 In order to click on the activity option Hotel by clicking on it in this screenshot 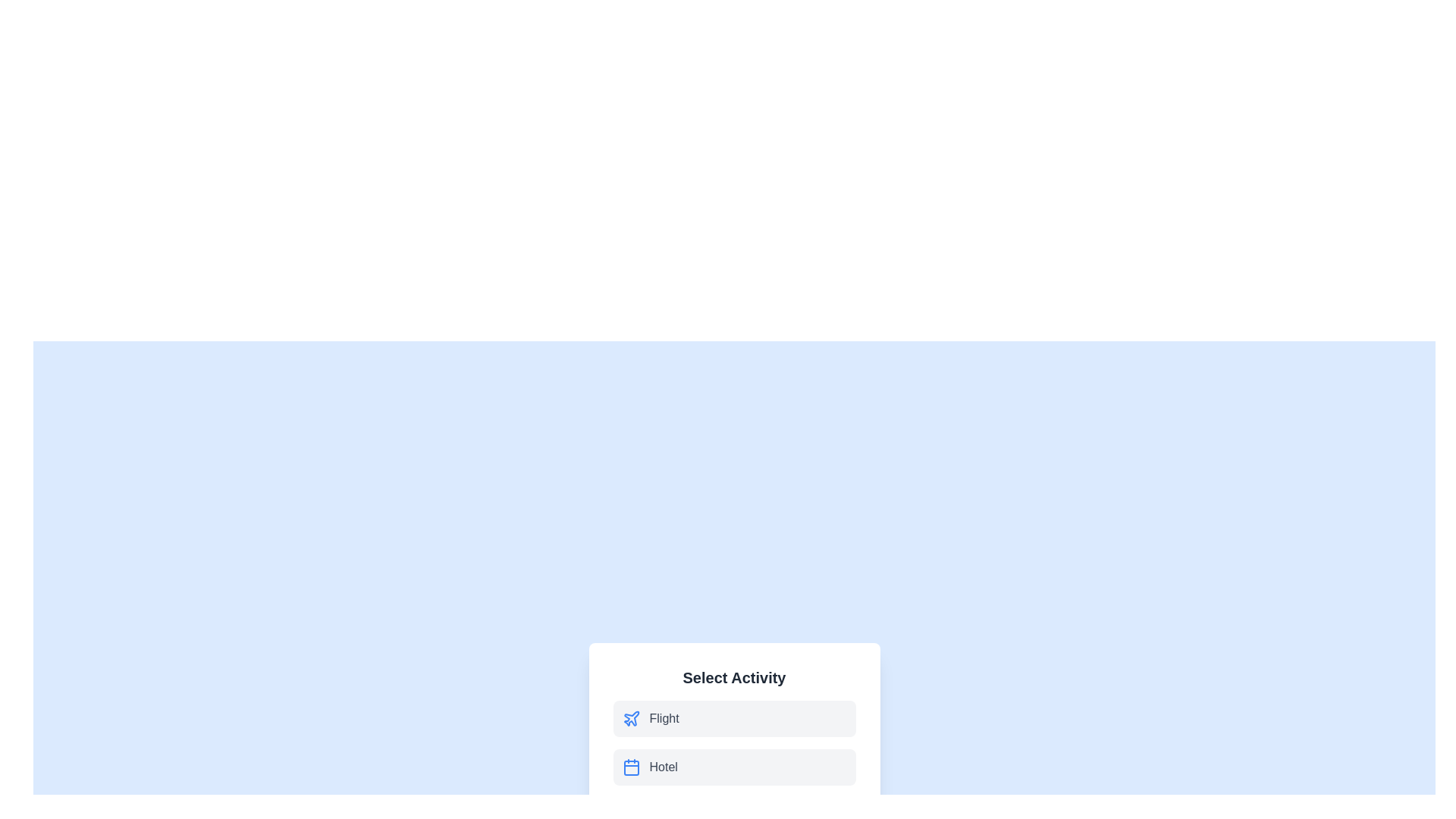, I will do `click(734, 767)`.